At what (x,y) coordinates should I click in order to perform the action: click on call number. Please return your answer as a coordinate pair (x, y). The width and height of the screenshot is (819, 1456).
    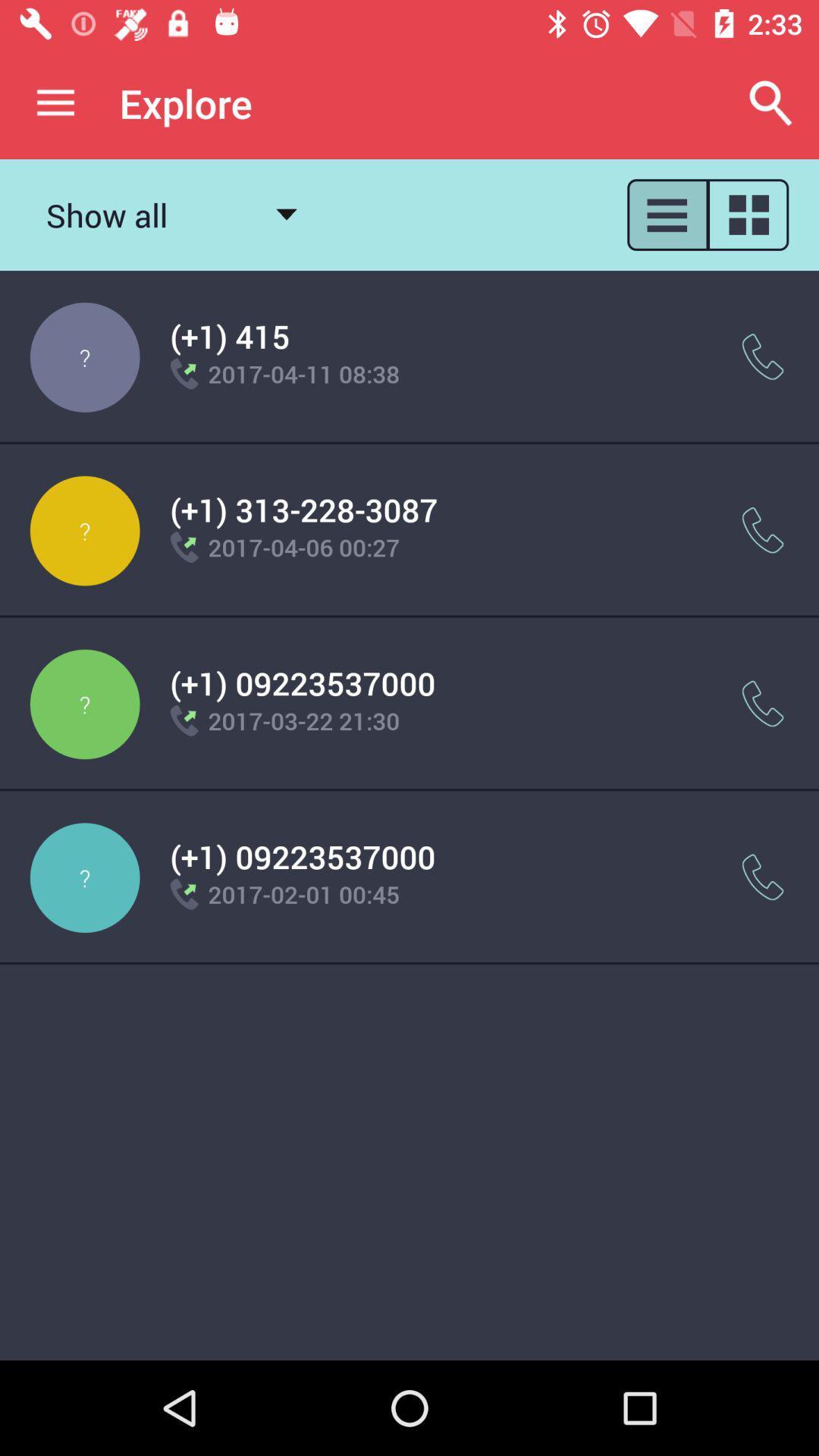
    Looking at the image, I should click on (763, 356).